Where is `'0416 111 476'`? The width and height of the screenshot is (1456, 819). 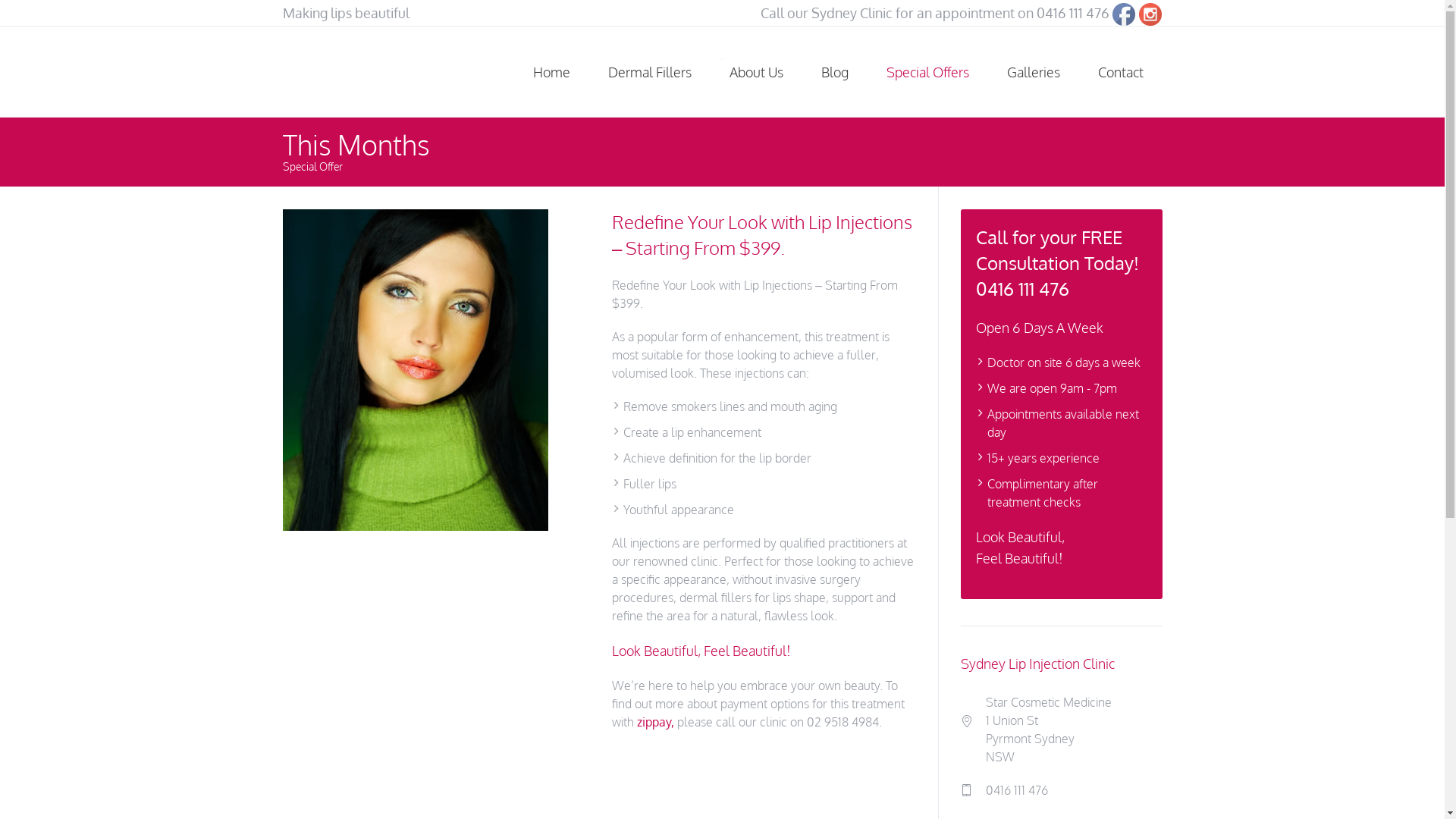 '0416 111 476' is located at coordinates (1072, 12).